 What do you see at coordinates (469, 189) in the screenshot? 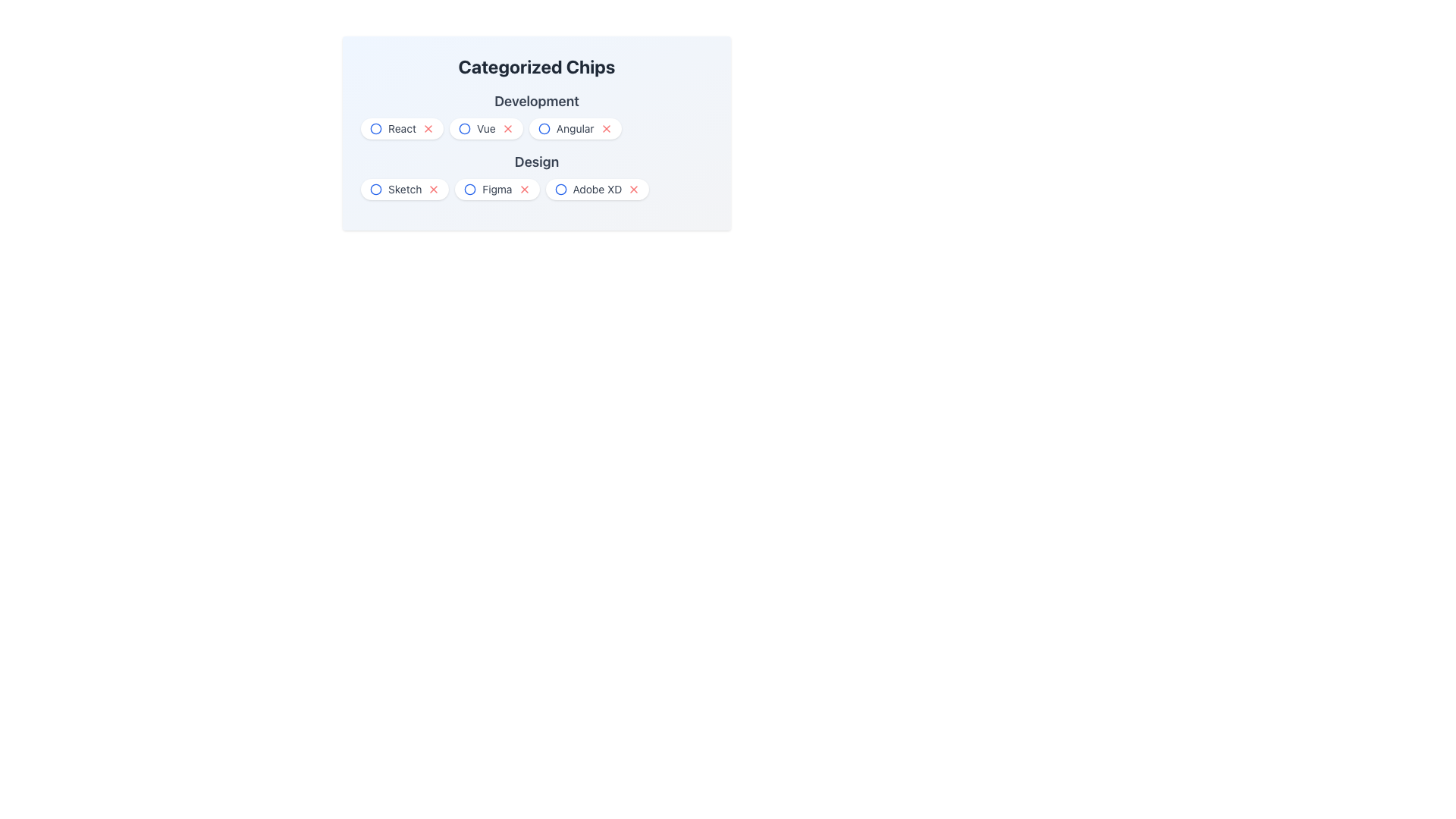
I see `the circular radio button indicator with a blue border located in the 'Design' section, second row, second from the left, to trigger hover effects` at bounding box center [469, 189].